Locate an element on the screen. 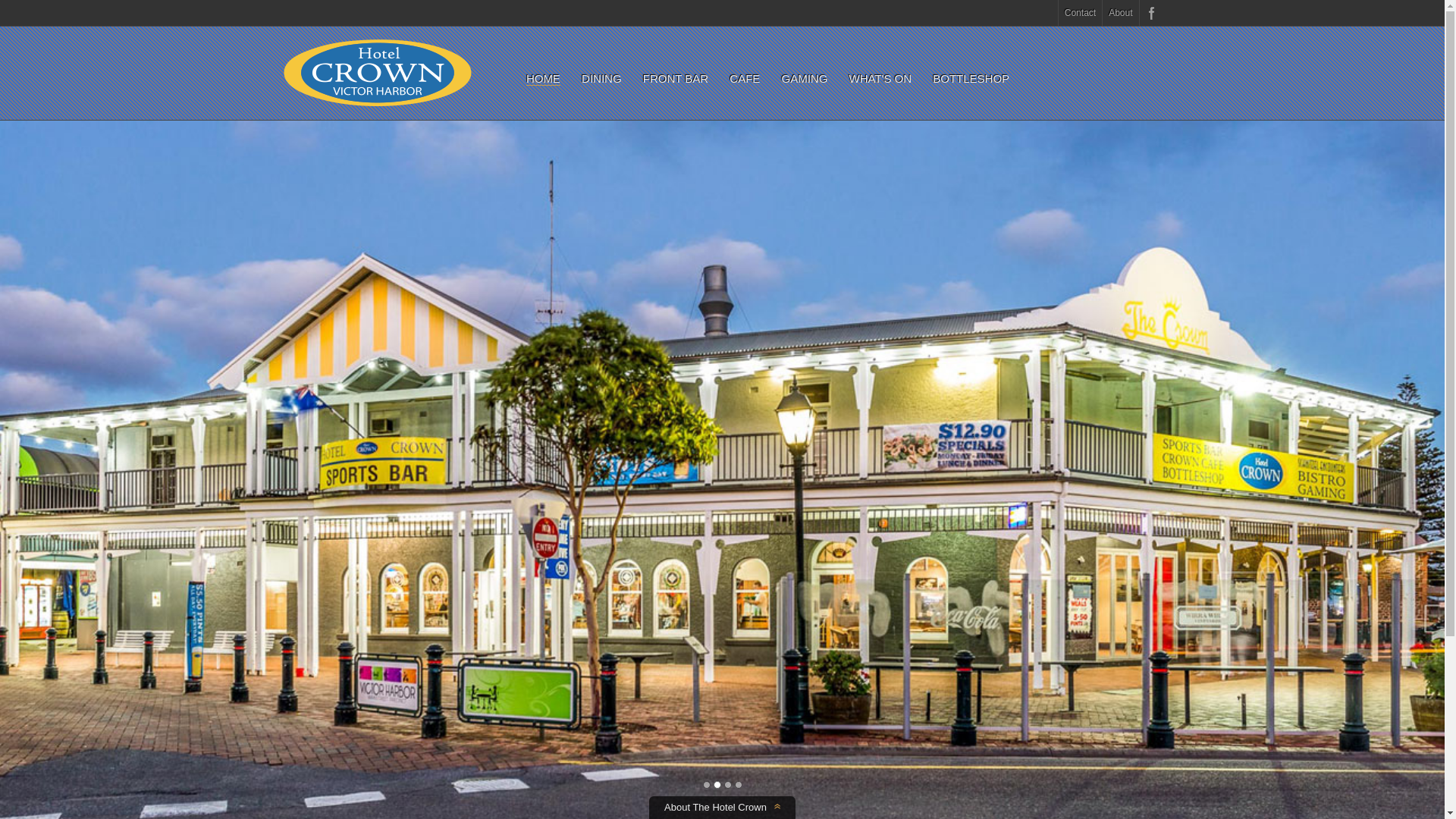 This screenshot has height=819, width=1456. 'BOTTLESHOP' is located at coordinates (931, 78).